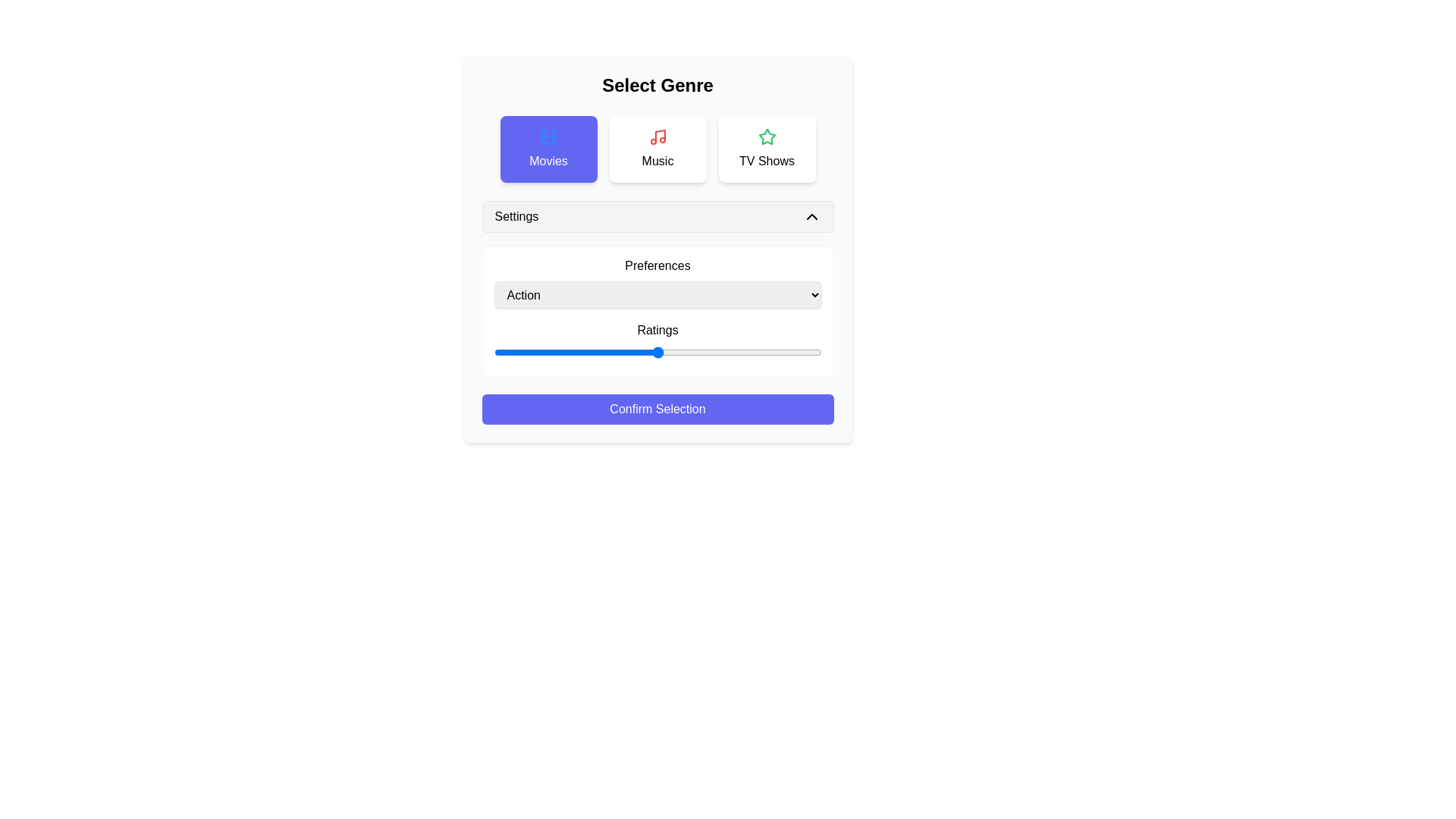  What do you see at coordinates (767, 149) in the screenshot?
I see `the rectangular button labeled 'TV Shows' with a green star icon to trigger the hover effect` at bounding box center [767, 149].